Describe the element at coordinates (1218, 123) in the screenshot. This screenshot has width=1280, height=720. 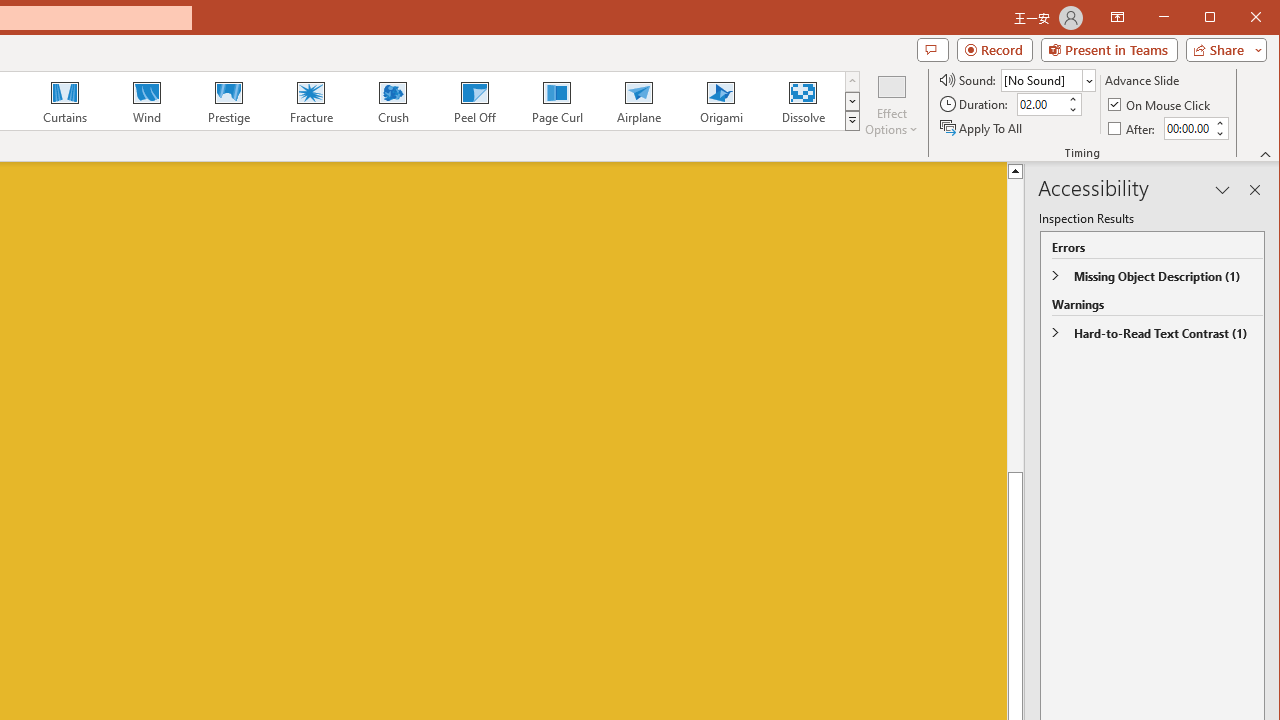
I see `'More'` at that location.